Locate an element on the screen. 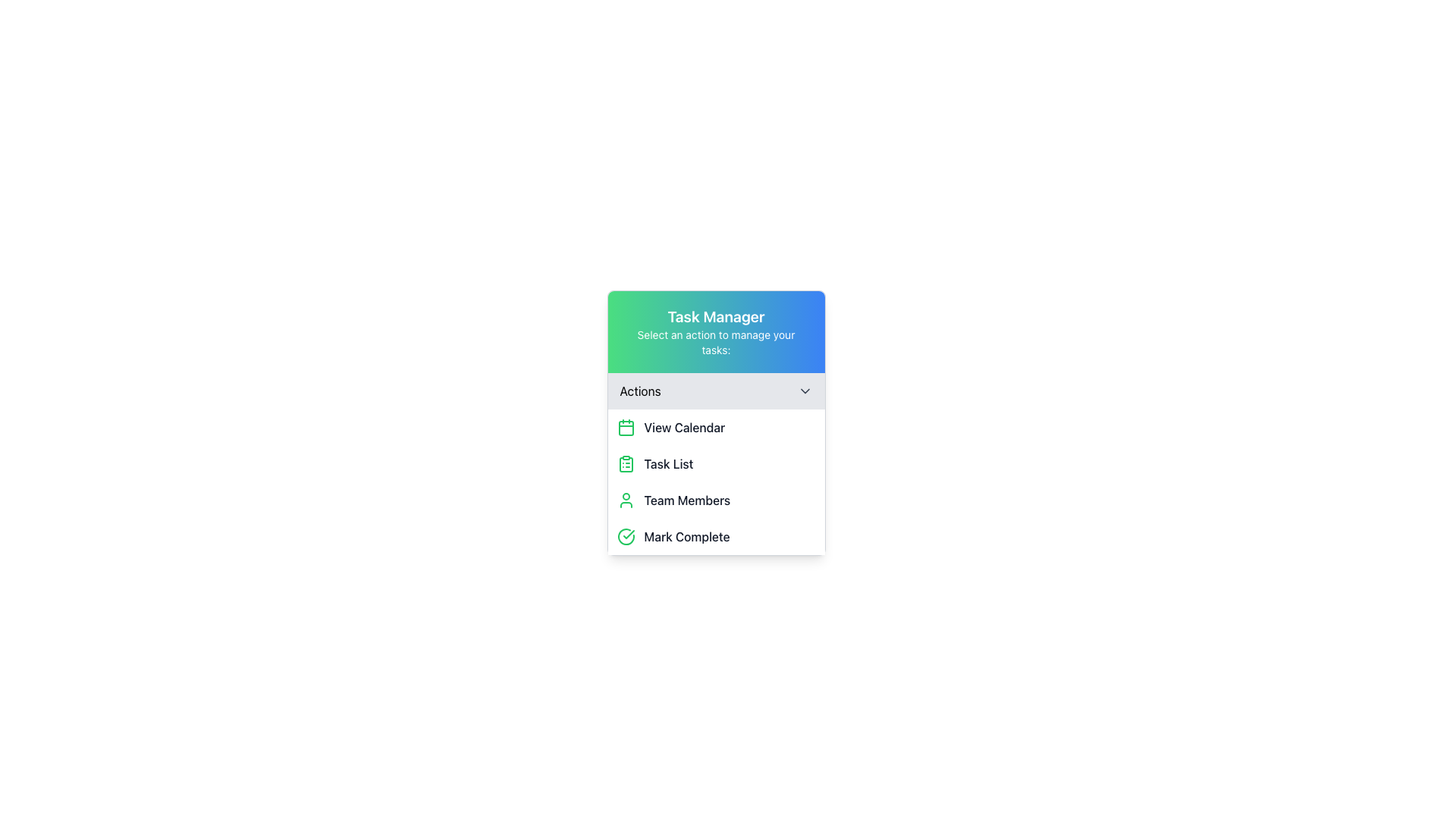  the first clickable list item in the 'Task Manager' pop-up menu, located under the 'Actions' heading is located at coordinates (715, 427).